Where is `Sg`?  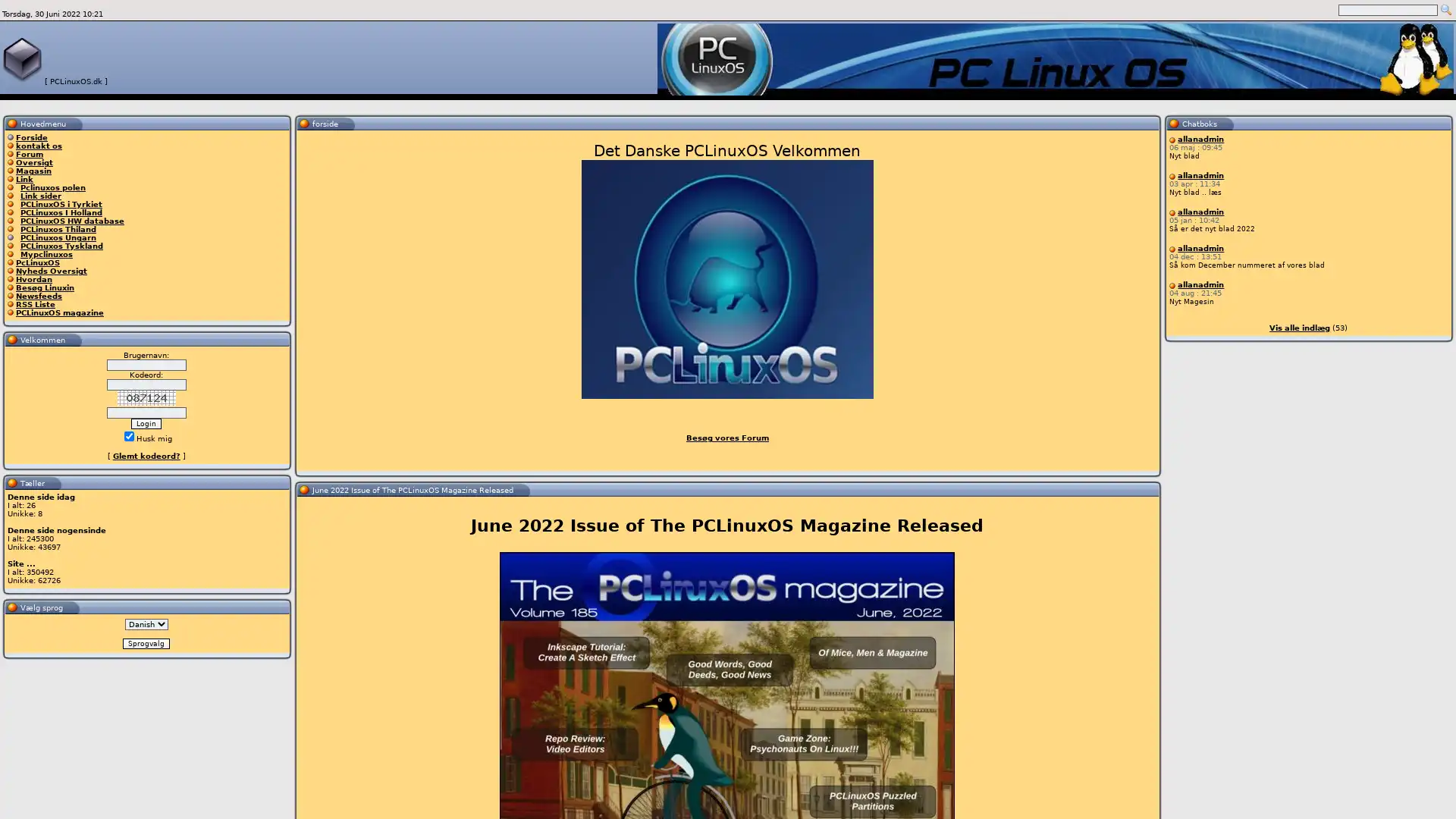
Sg is located at coordinates (1445, 11).